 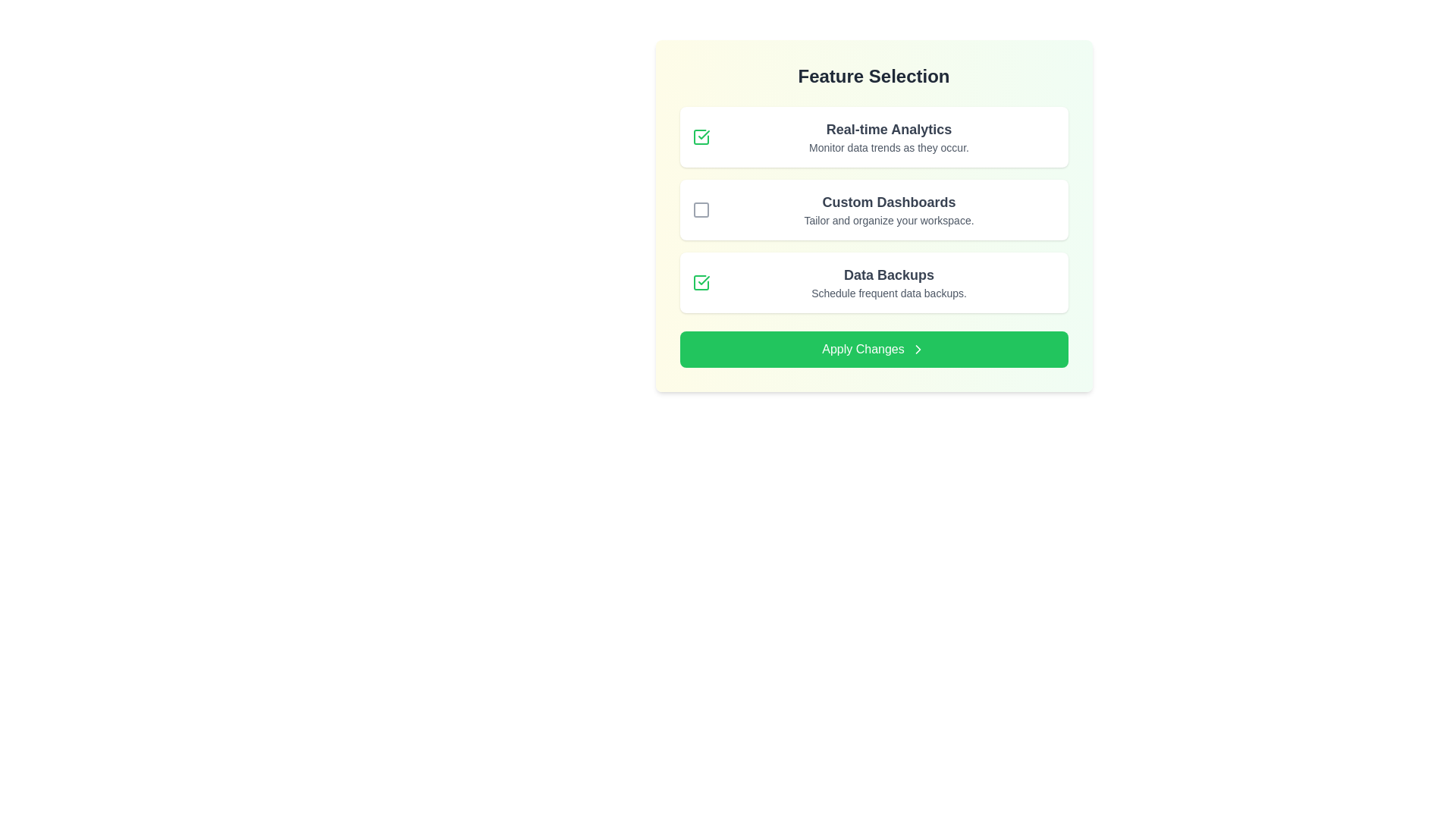 I want to click on the selection state of the 'Data Backups' feature icon located in the third feature row under the 'Feature Selection' section, so click(x=702, y=133).